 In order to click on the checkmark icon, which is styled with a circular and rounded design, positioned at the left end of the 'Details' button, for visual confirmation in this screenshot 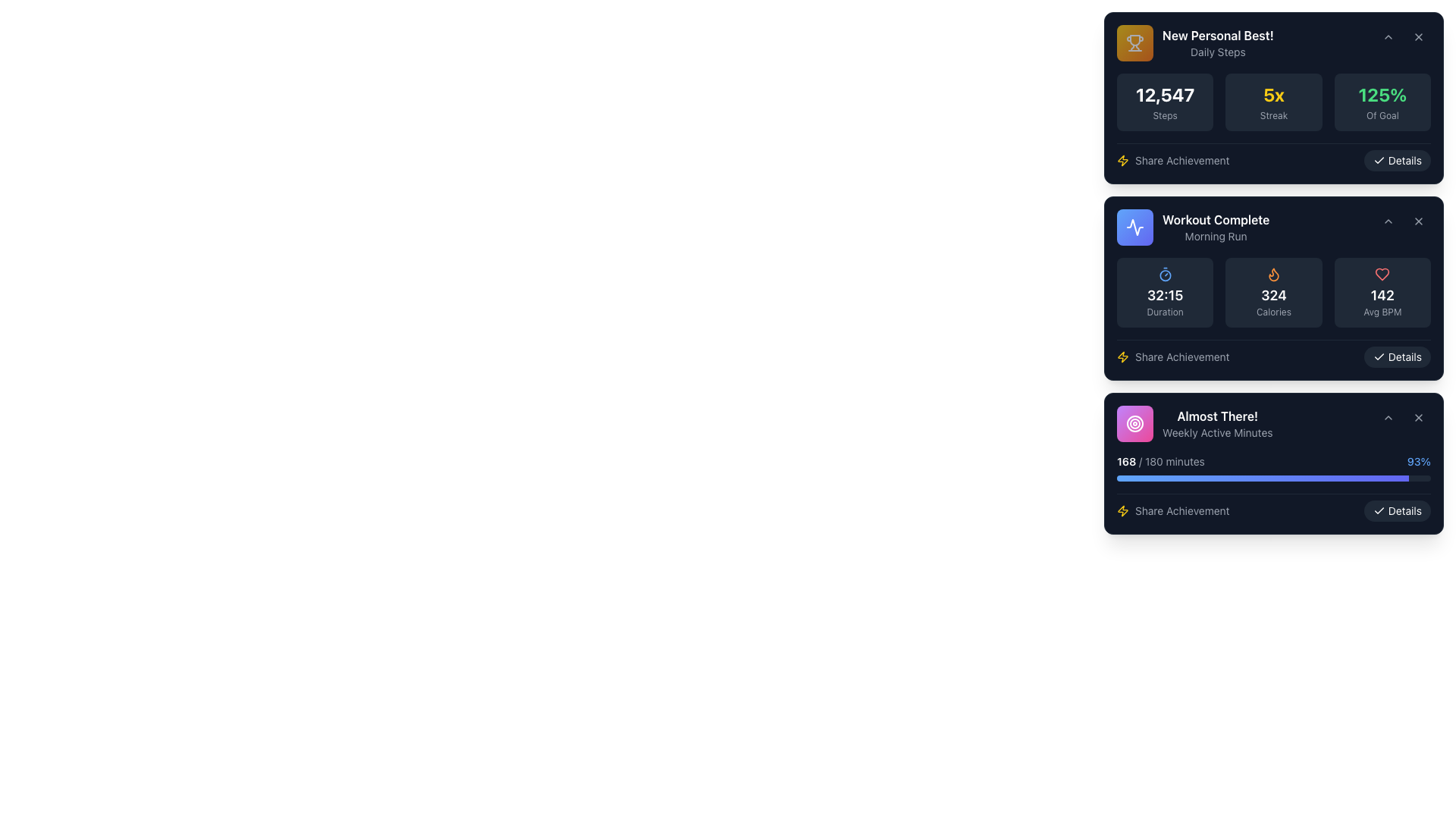, I will do `click(1379, 161)`.